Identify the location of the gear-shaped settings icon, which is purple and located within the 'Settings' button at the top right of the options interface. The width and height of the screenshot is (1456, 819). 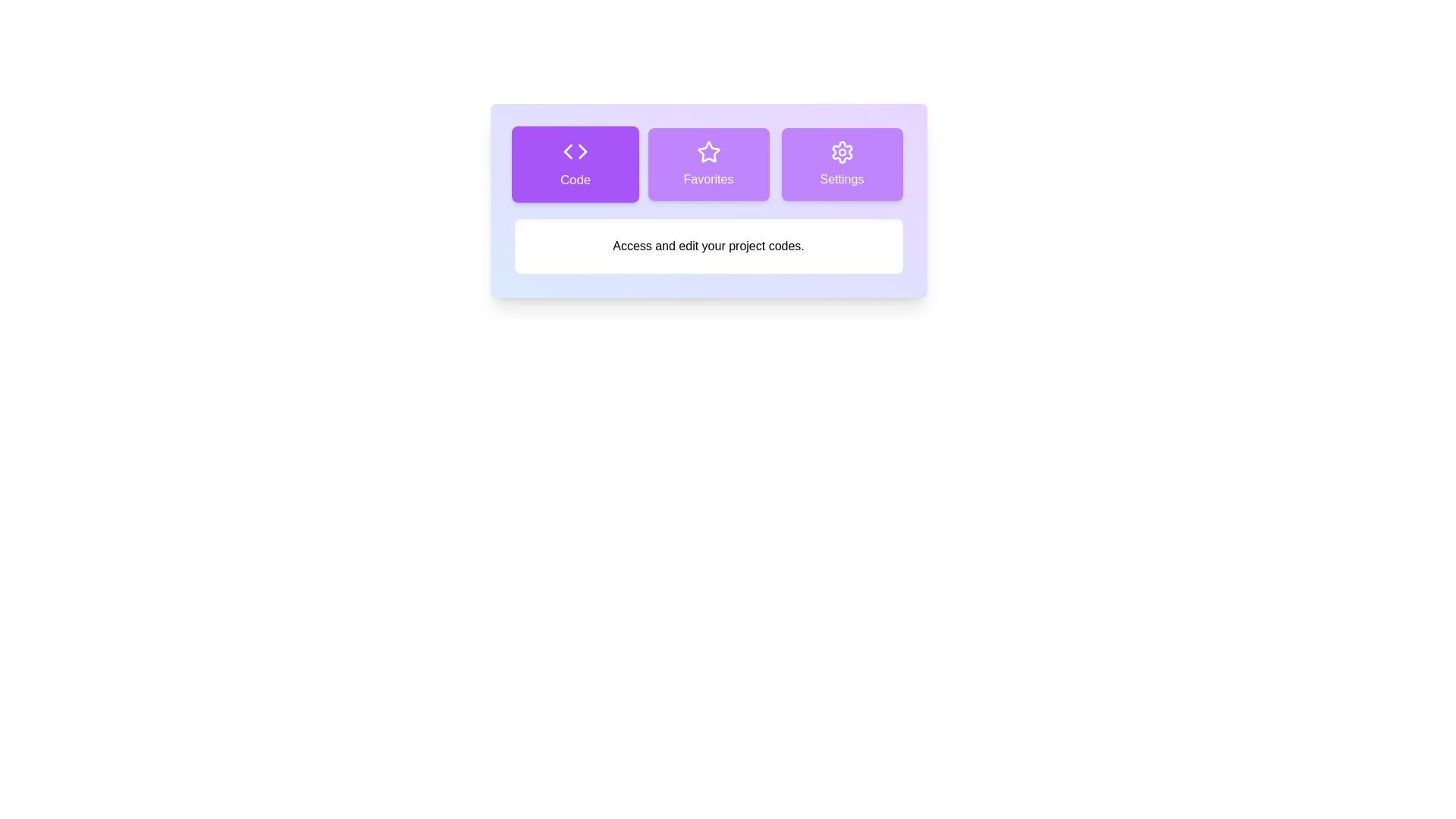
(841, 152).